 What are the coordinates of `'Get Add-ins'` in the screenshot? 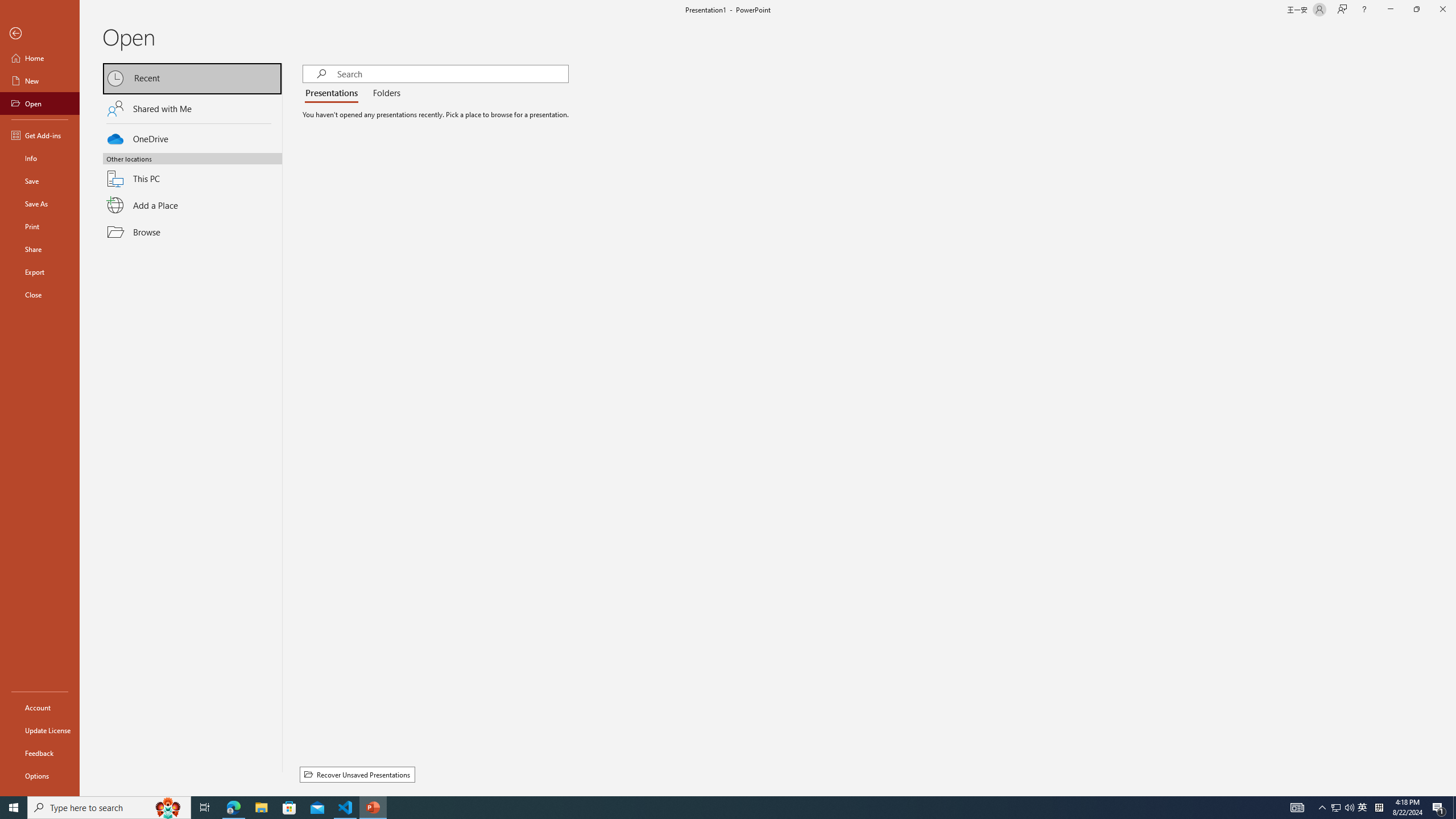 It's located at (39, 135).